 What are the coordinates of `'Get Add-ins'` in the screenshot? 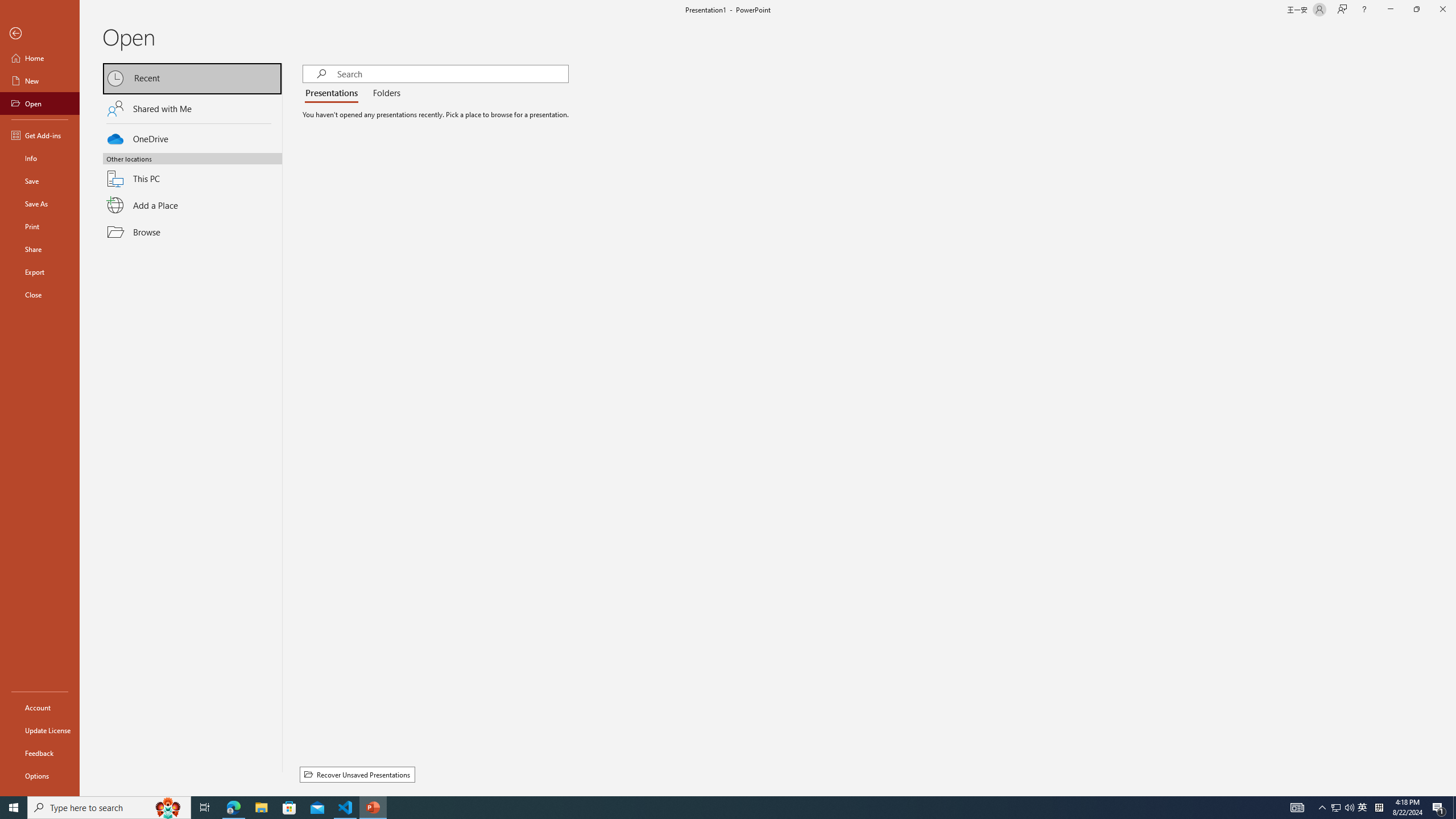 It's located at (39, 135).